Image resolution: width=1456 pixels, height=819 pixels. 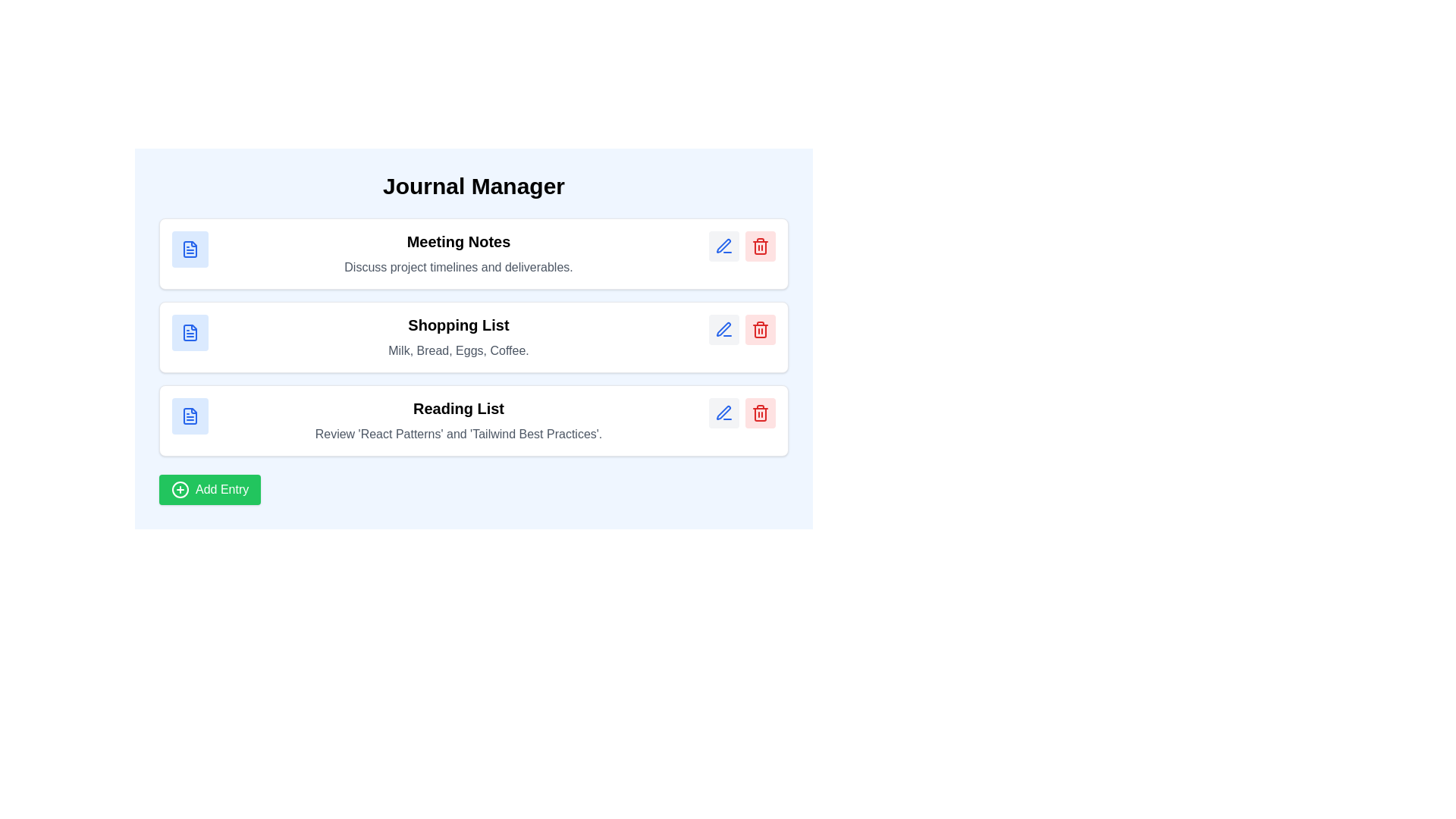 What do you see at coordinates (761, 245) in the screenshot?
I see `the delete button located to the far right of the top row of the list items, adjacent to the blue pencil icon` at bounding box center [761, 245].